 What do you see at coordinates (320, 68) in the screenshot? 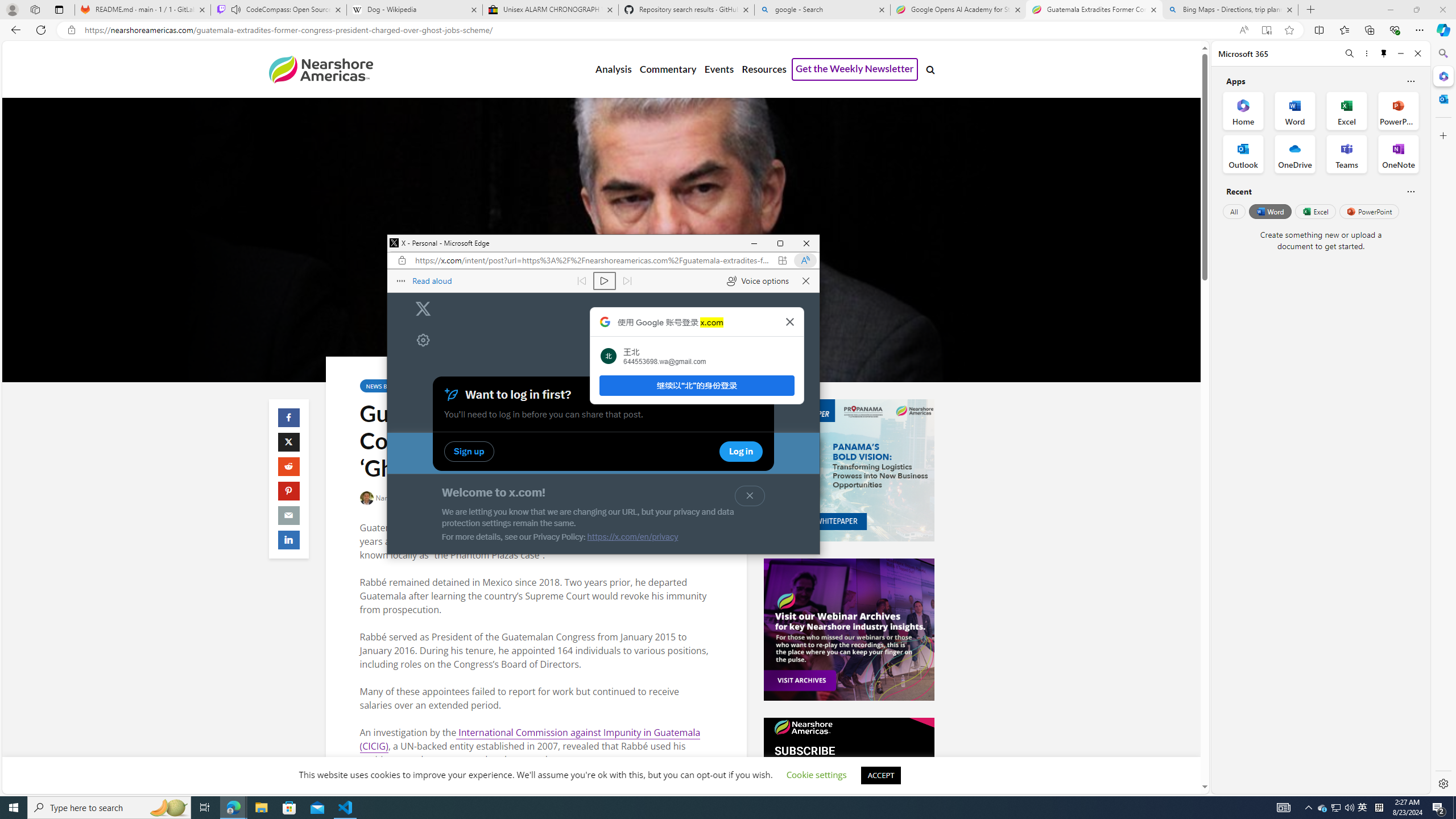
I see `'Nearshore Americas'` at bounding box center [320, 68].